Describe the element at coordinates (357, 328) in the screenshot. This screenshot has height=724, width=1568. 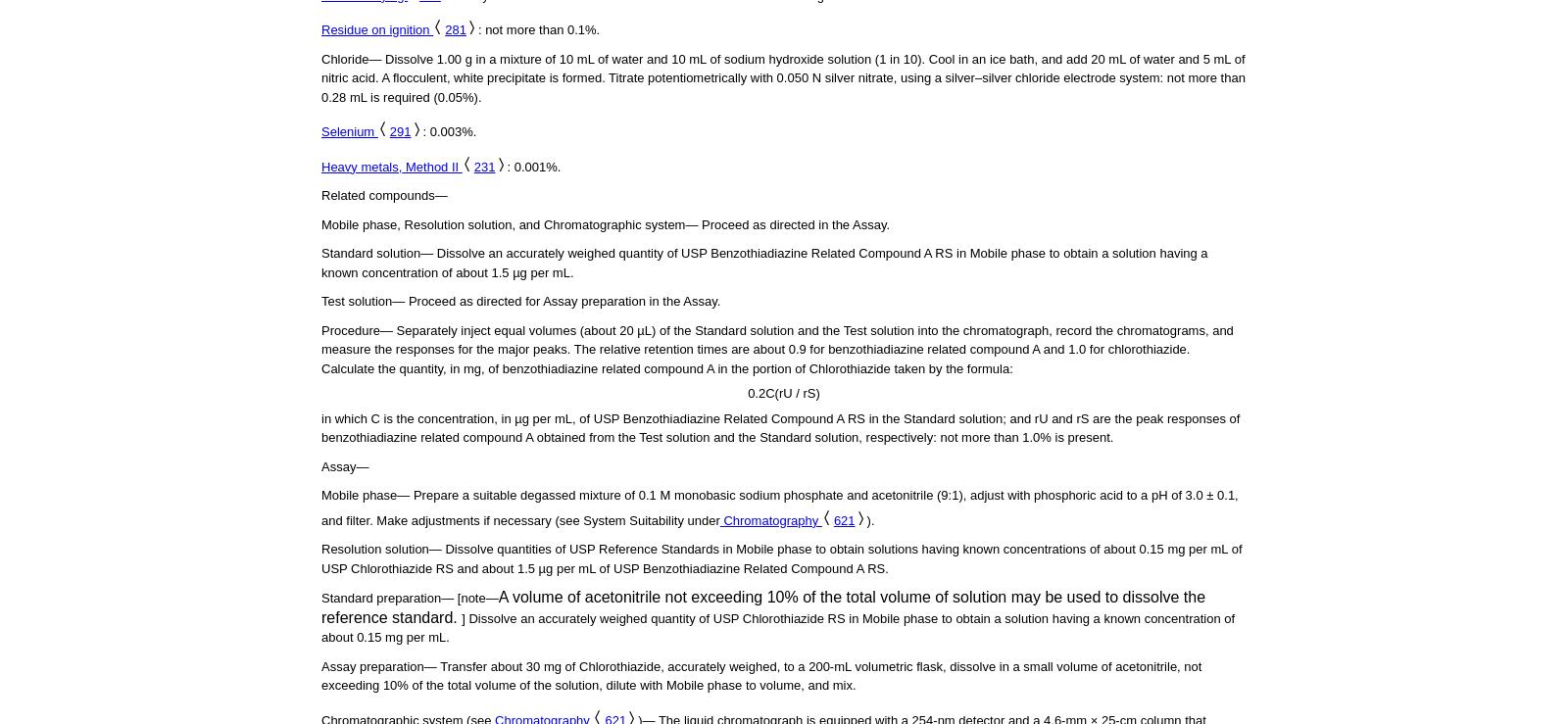
I see `'Procedure—'` at that location.